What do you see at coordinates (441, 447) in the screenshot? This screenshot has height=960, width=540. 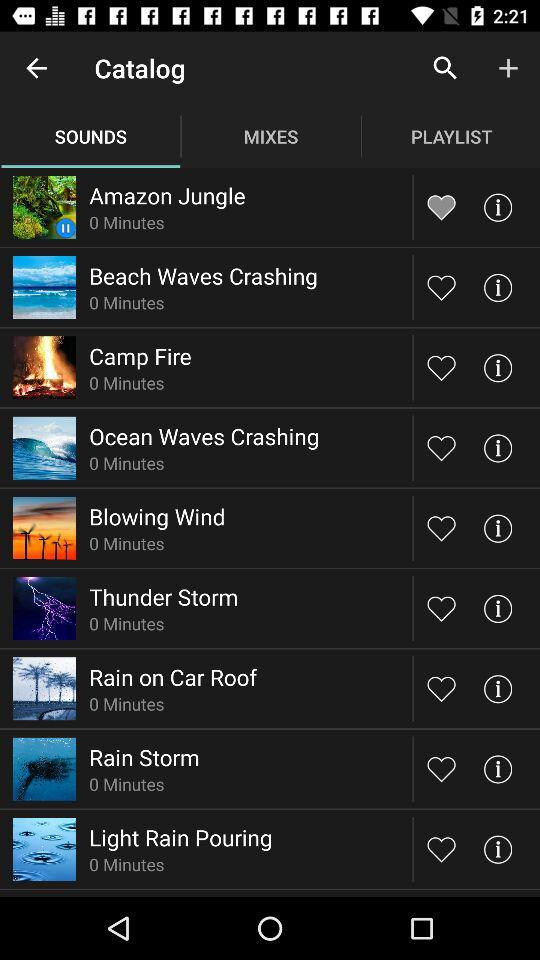 I see `love this sound` at bounding box center [441, 447].